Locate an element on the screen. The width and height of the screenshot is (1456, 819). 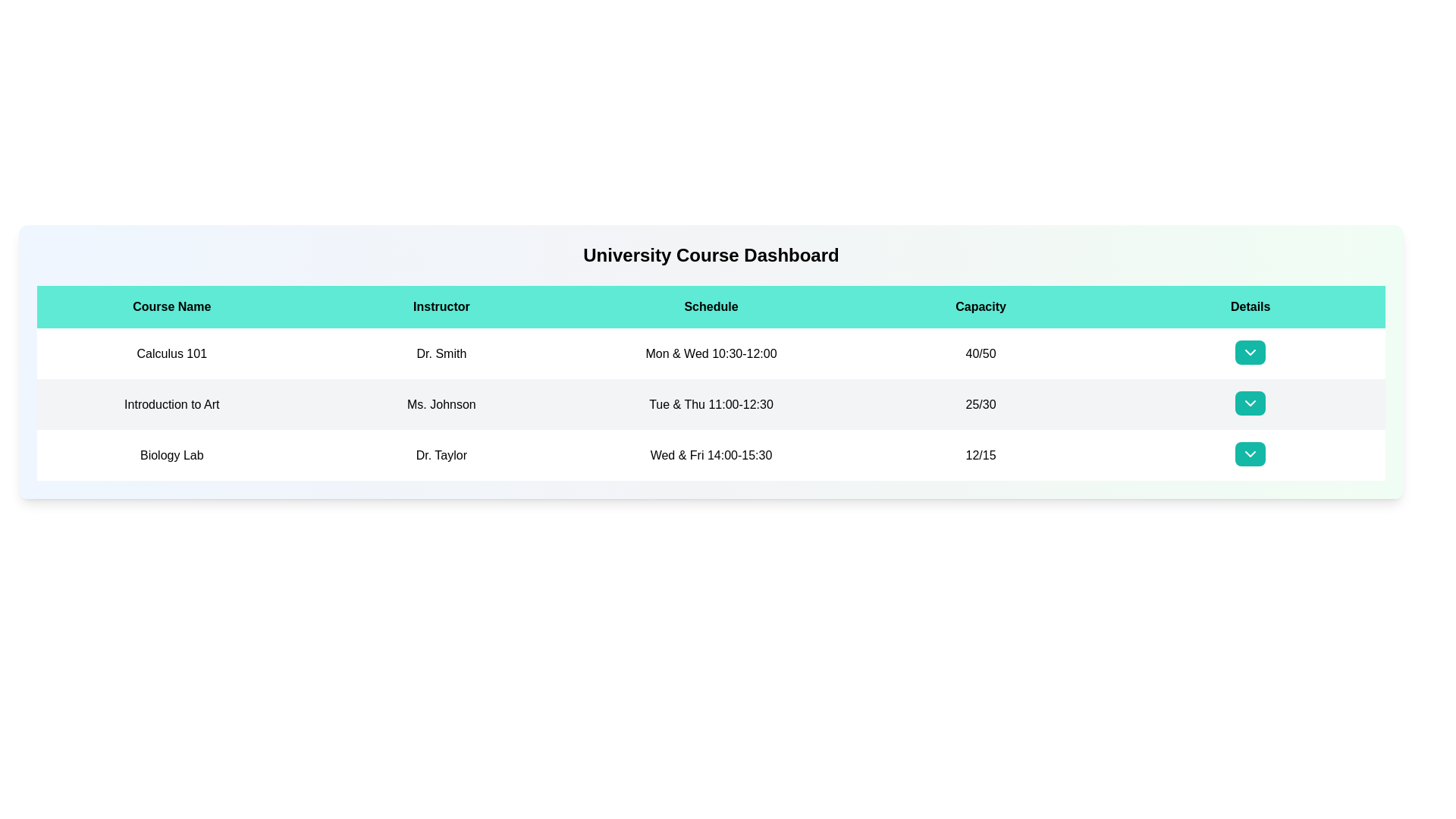
the dropdown button in the 'Details' column of the second row of the table to trigger hover-related behavior is located at coordinates (1250, 403).